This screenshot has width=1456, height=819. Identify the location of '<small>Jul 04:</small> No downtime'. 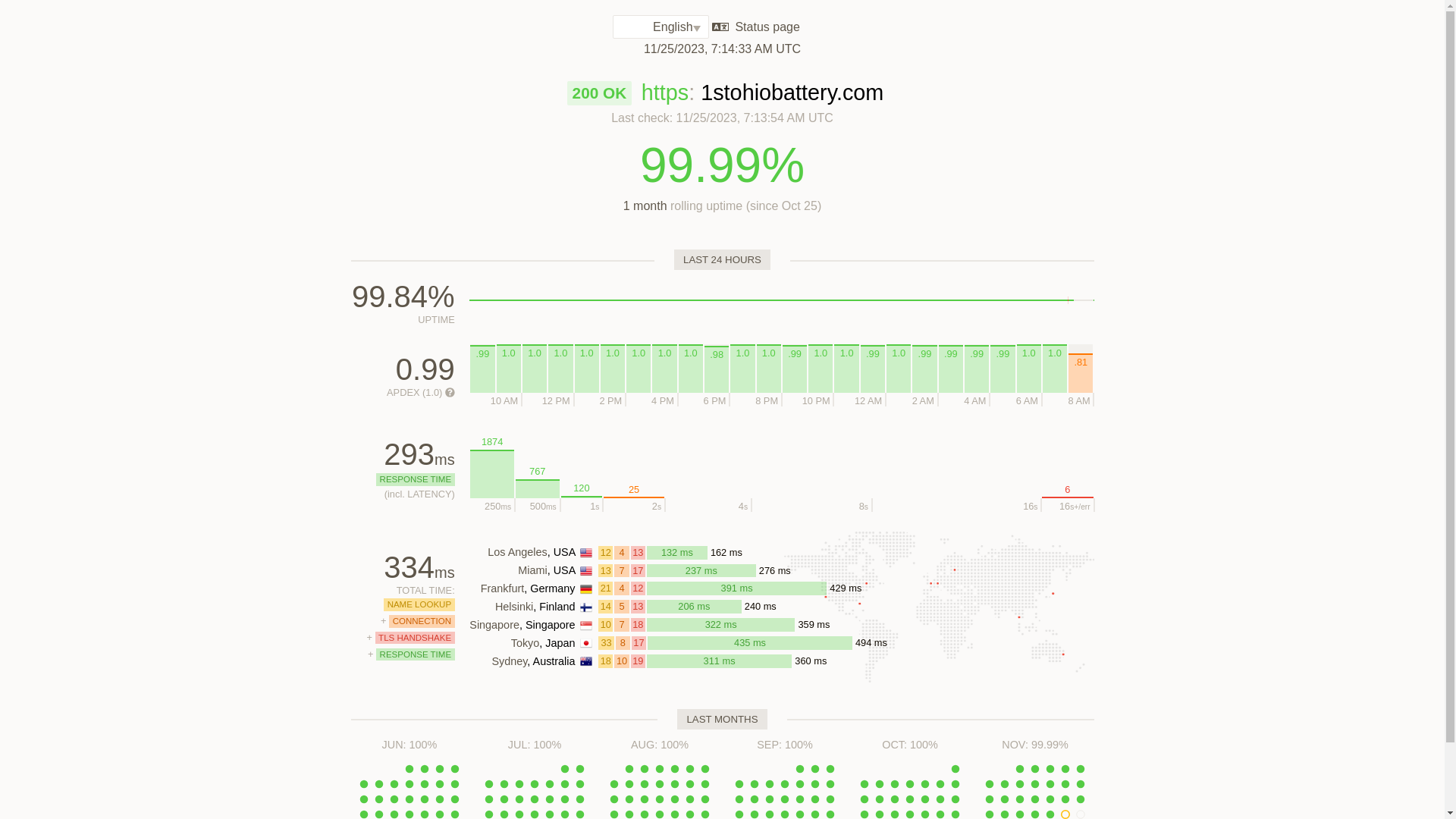
(504, 783).